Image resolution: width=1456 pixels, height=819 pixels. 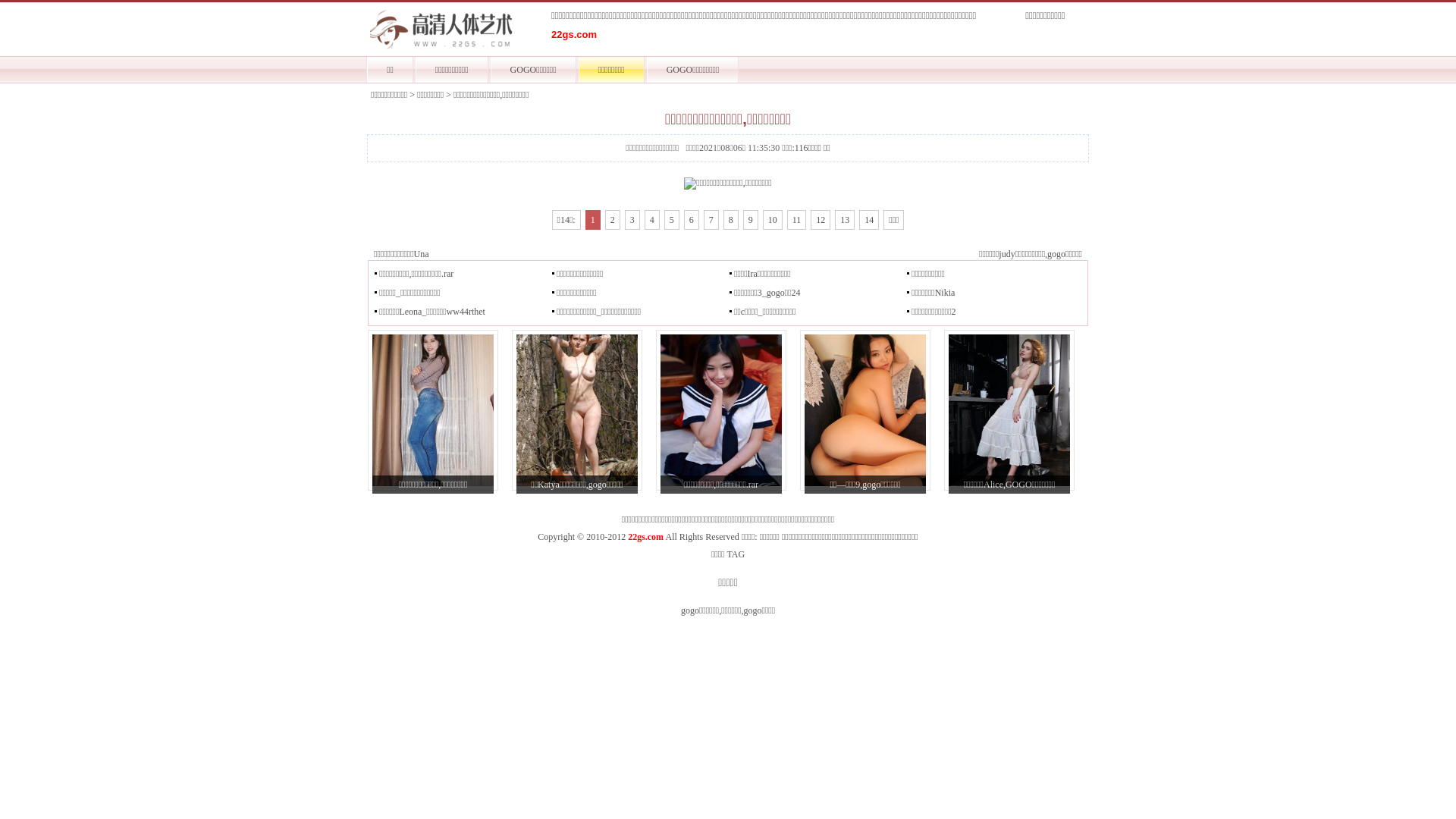 What do you see at coordinates (731, 219) in the screenshot?
I see `'8'` at bounding box center [731, 219].